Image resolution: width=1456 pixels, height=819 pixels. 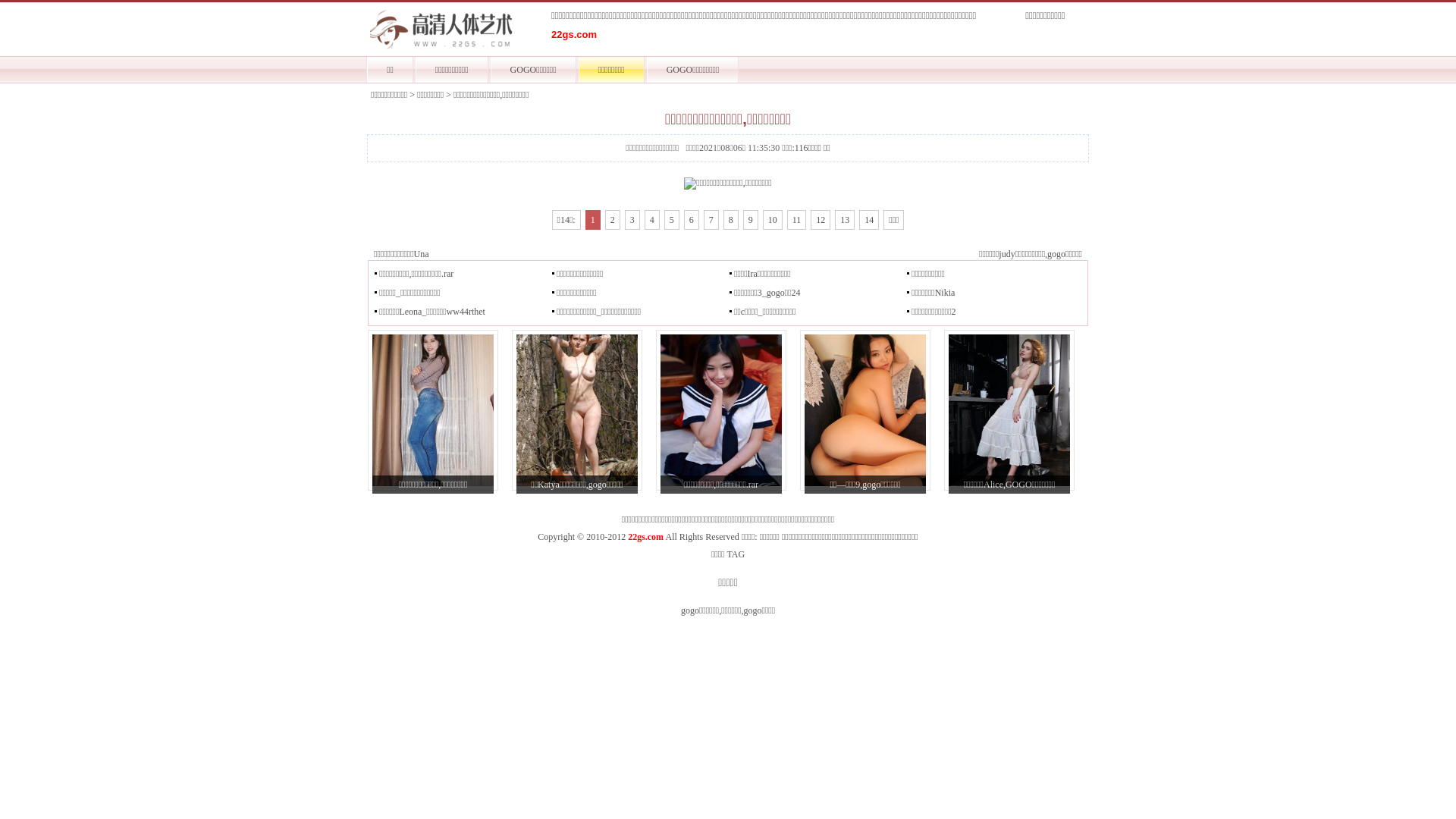 What do you see at coordinates (731, 219) in the screenshot?
I see `'8'` at bounding box center [731, 219].